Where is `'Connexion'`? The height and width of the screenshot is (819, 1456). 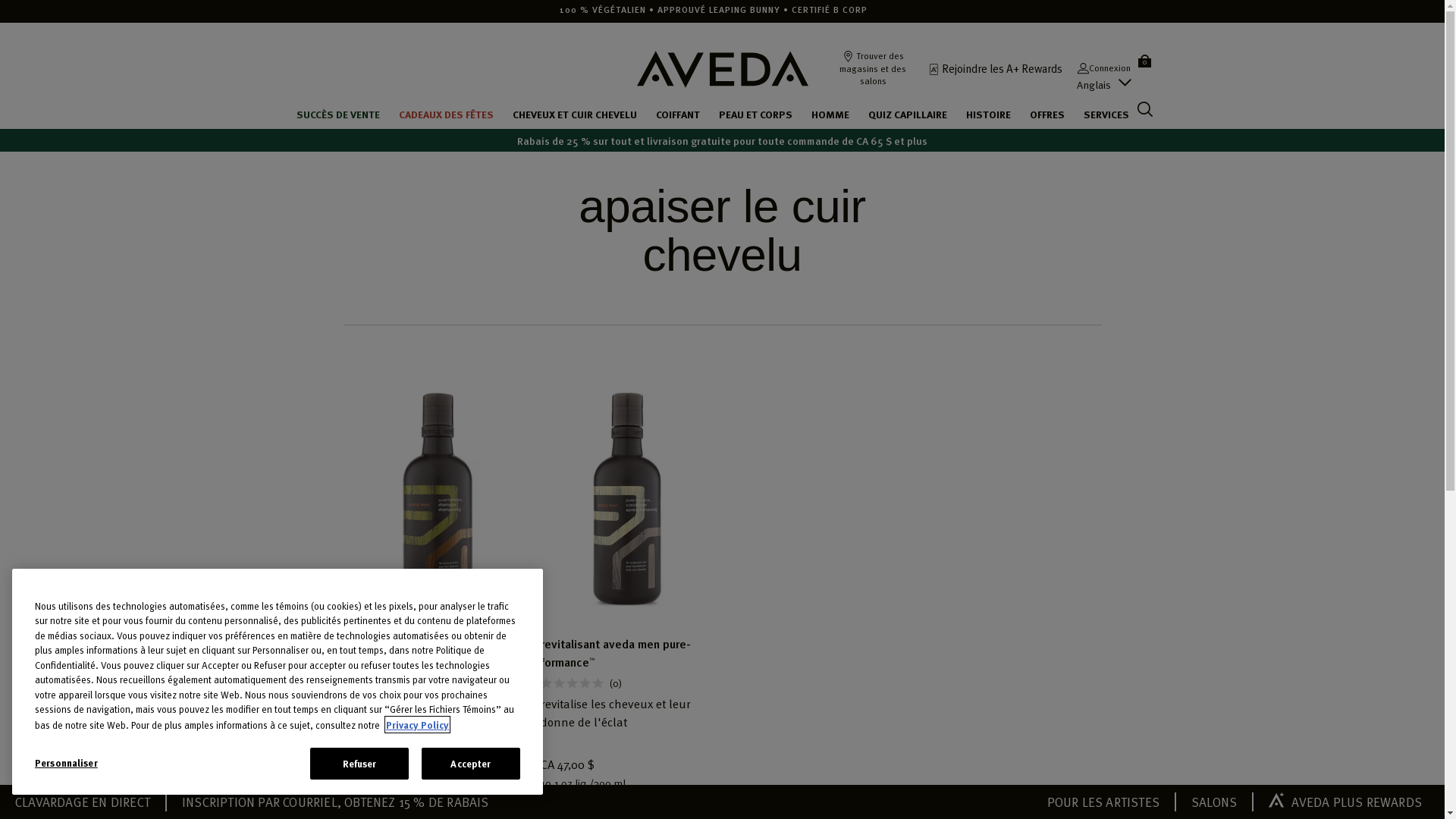 'Connexion' is located at coordinates (1076, 67).